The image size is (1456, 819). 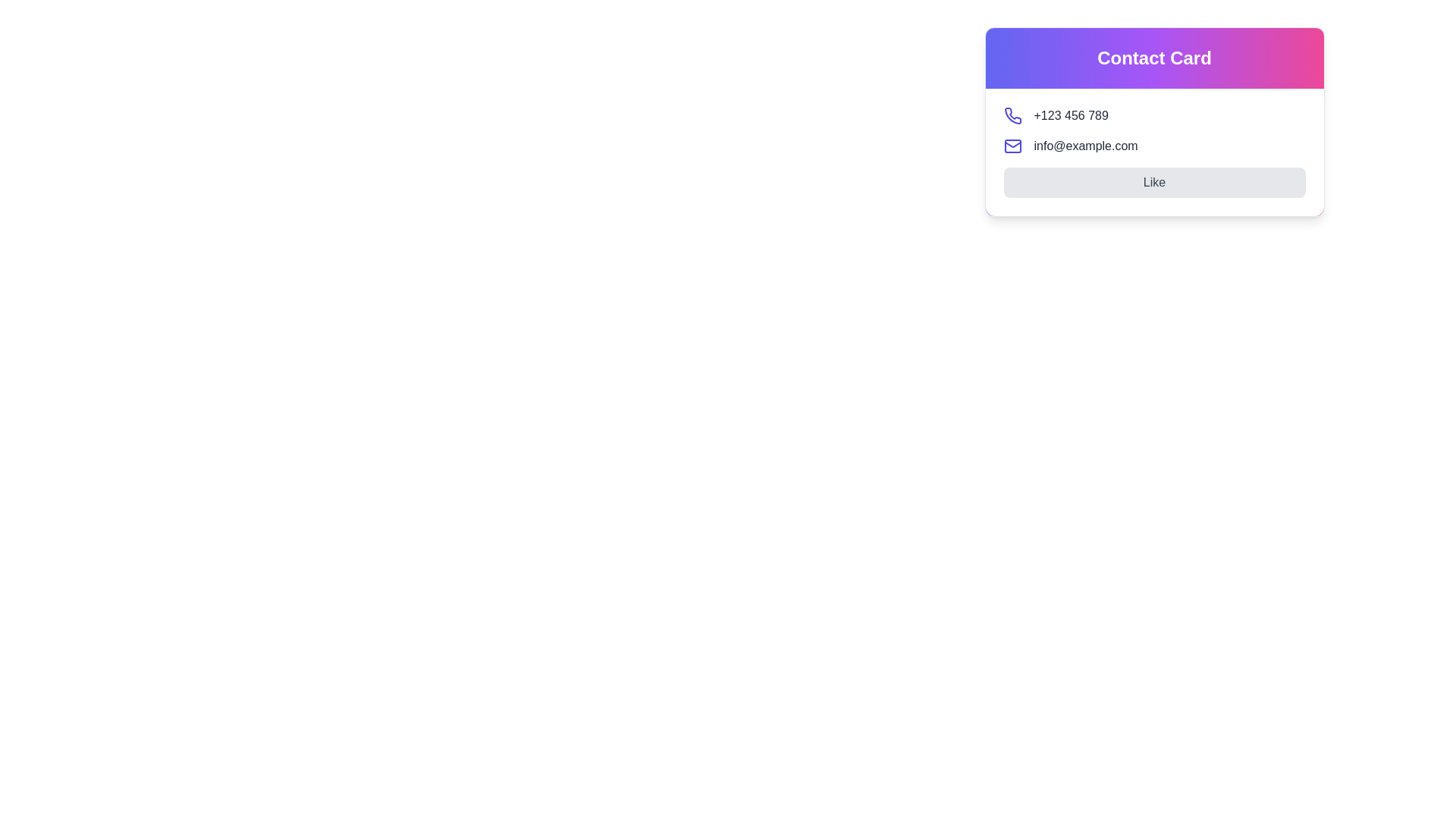 What do you see at coordinates (1012, 114) in the screenshot?
I see `the phone icon located as the first icon in the list of contact details in the contact card, positioned to the left of the phone number text` at bounding box center [1012, 114].